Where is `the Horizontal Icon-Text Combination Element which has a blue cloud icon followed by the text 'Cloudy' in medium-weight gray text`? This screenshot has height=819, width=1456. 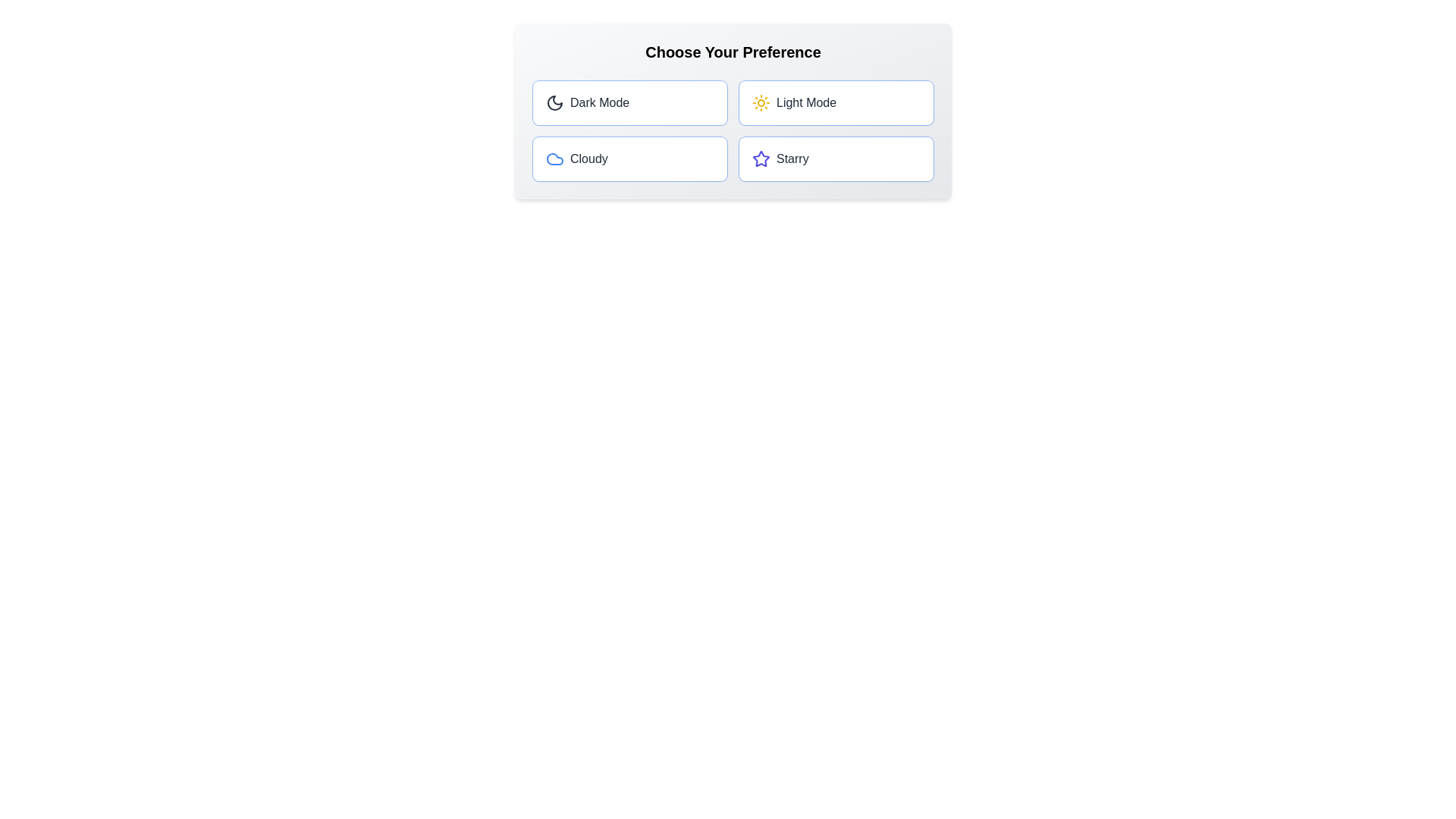 the Horizontal Icon-Text Combination Element which has a blue cloud icon followed by the text 'Cloudy' in medium-weight gray text is located at coordinates (576, 158).